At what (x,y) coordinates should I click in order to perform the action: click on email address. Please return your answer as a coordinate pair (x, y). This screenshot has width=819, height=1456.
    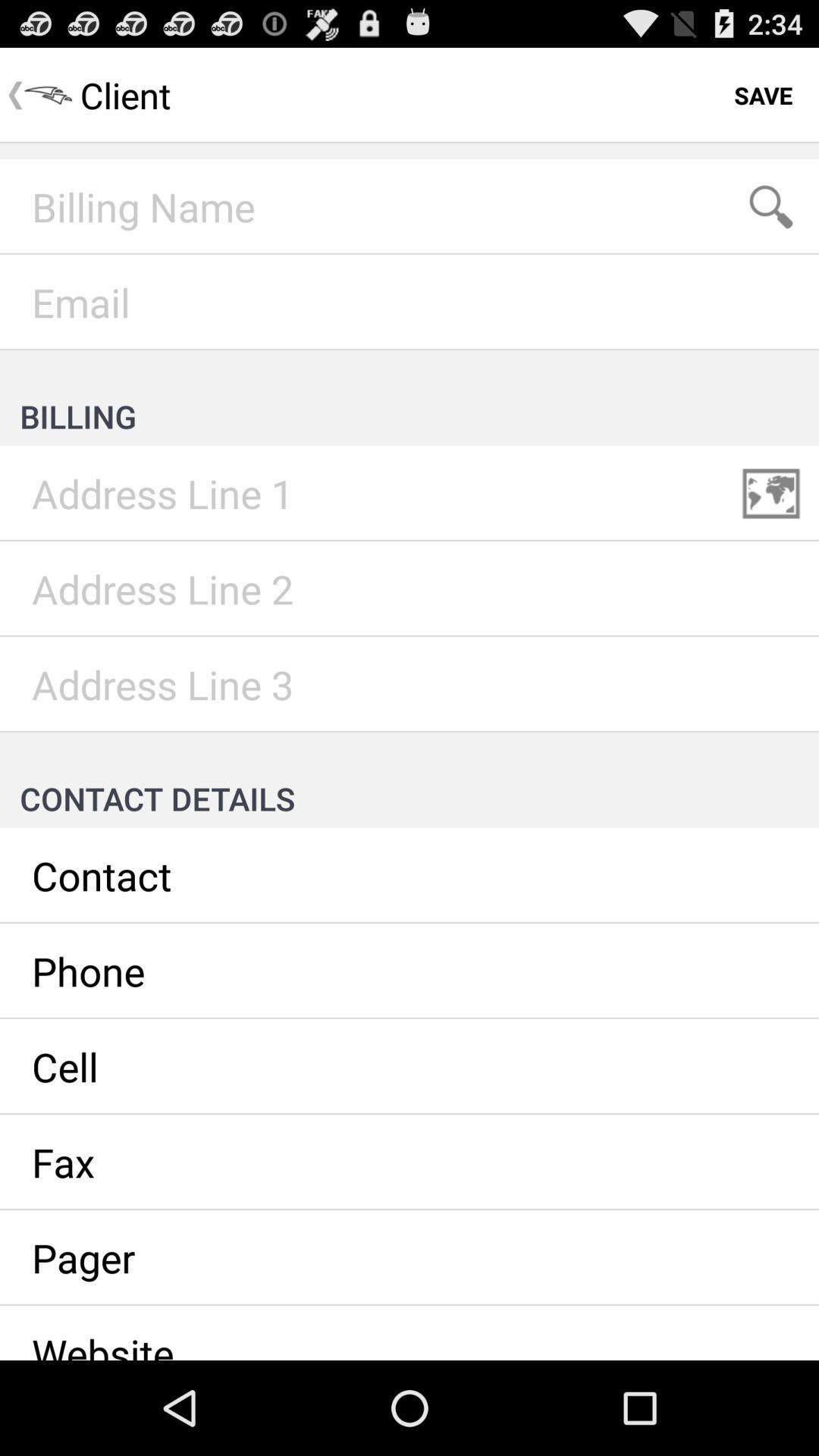
    Looking at the image, I should click on (409, 302).